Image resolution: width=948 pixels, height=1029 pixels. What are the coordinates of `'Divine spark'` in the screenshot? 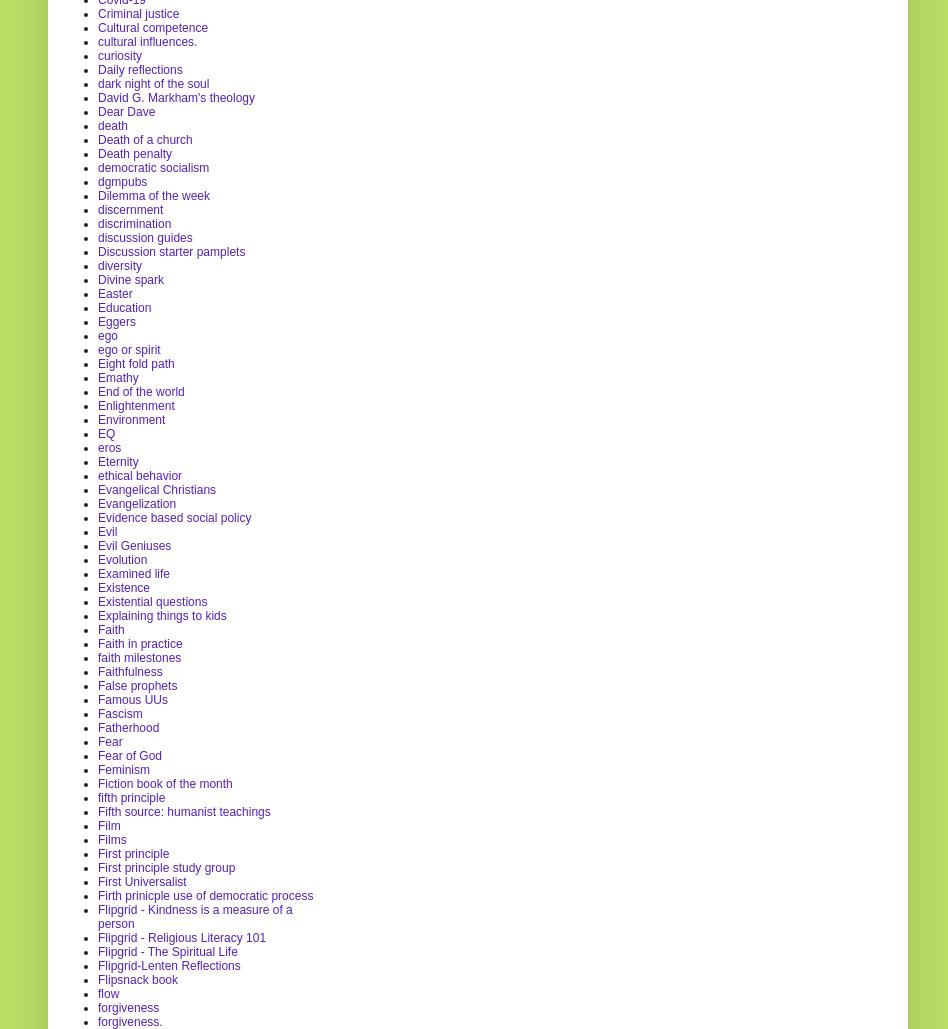 It's located at (130, 277).